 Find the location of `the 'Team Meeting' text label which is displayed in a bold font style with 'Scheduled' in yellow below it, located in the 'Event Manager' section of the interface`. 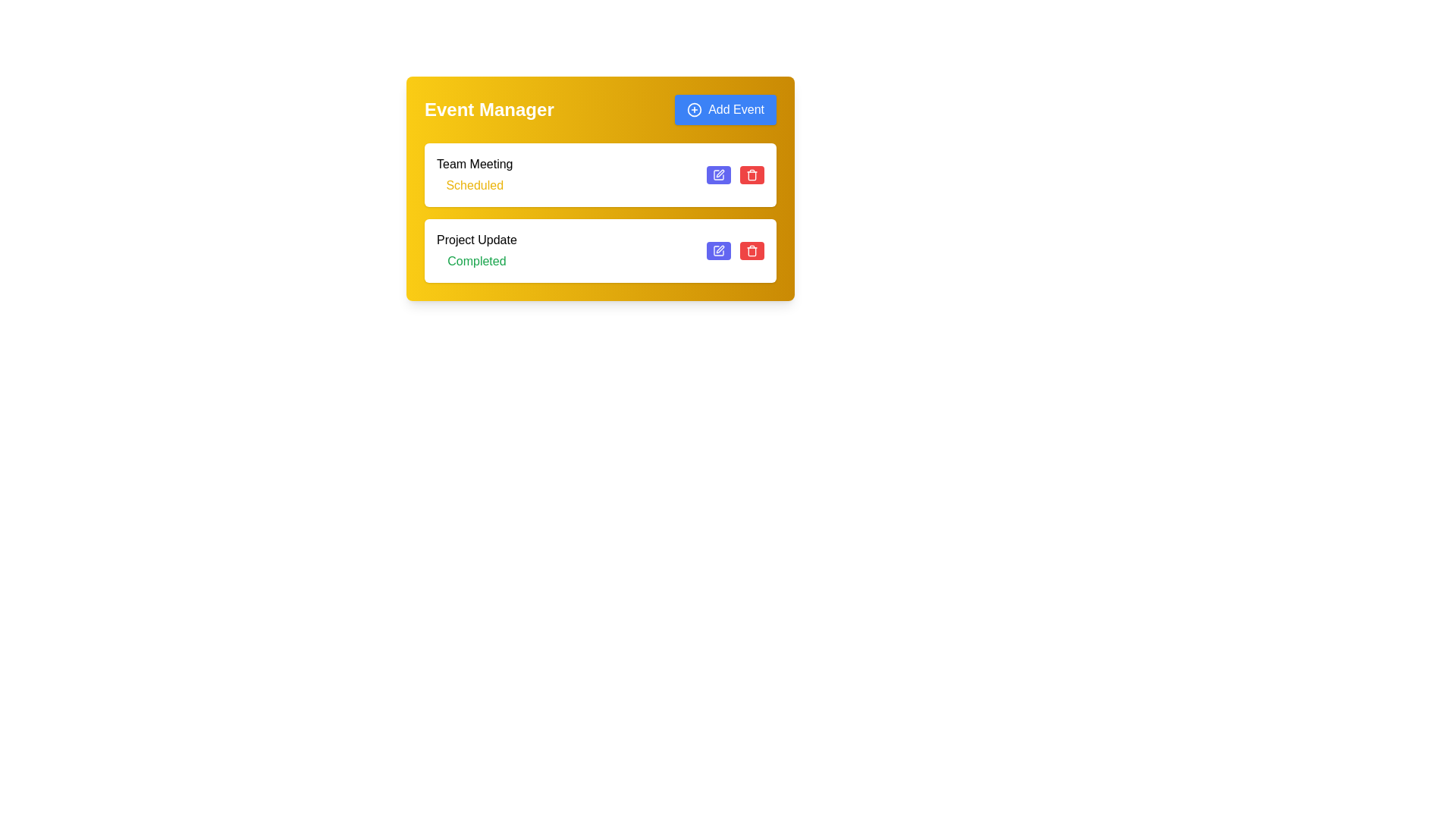

the 'Team Meeting' text label which is displayed in a bold font style with 'Scheduled' in yellow below it, located in the 'Event Manager' section of the interface is located at coordinates (474, 174).